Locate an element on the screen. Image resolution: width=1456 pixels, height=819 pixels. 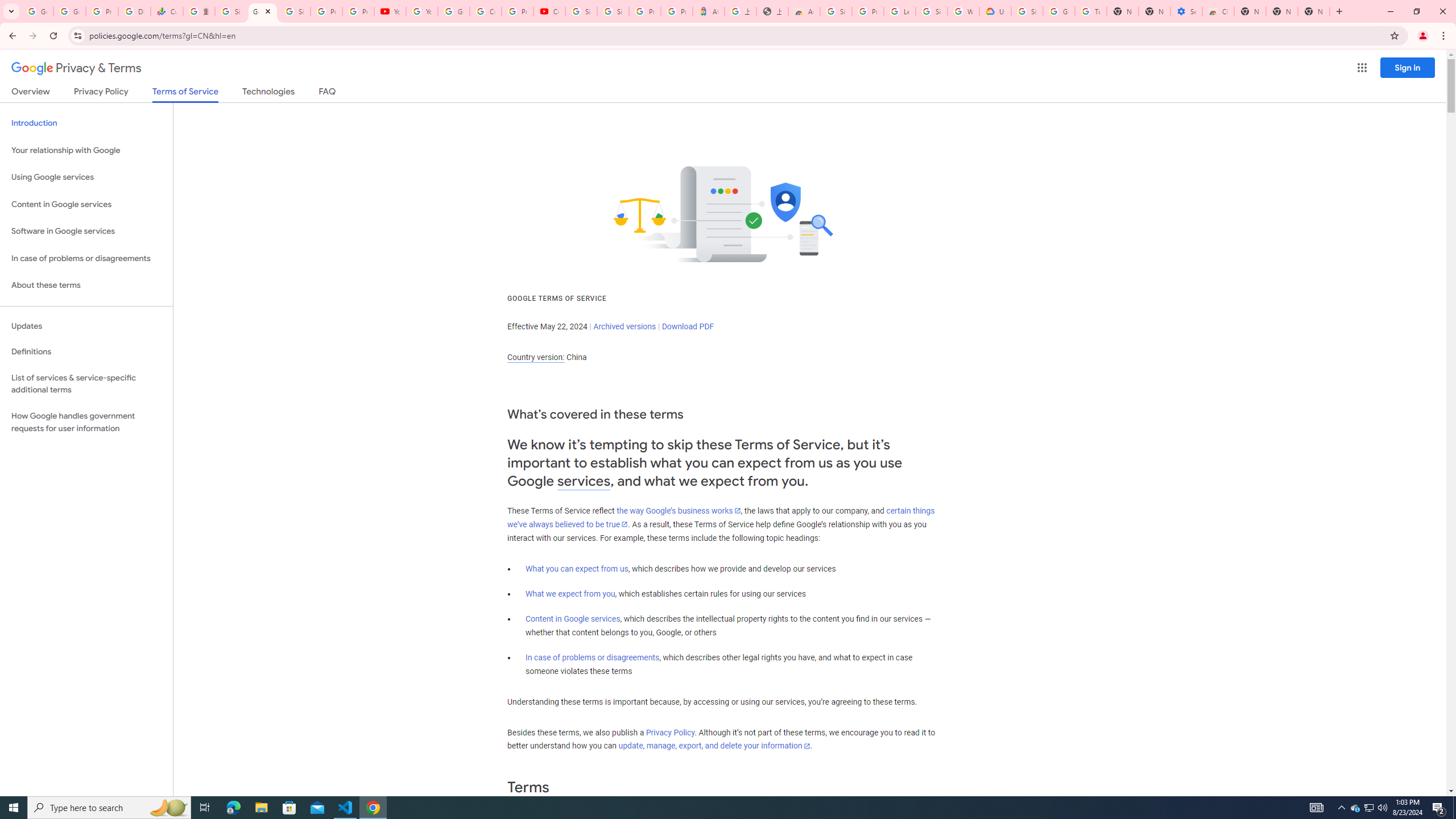
'How Google handles government requests for user information' is located at coordinates (86, 422).